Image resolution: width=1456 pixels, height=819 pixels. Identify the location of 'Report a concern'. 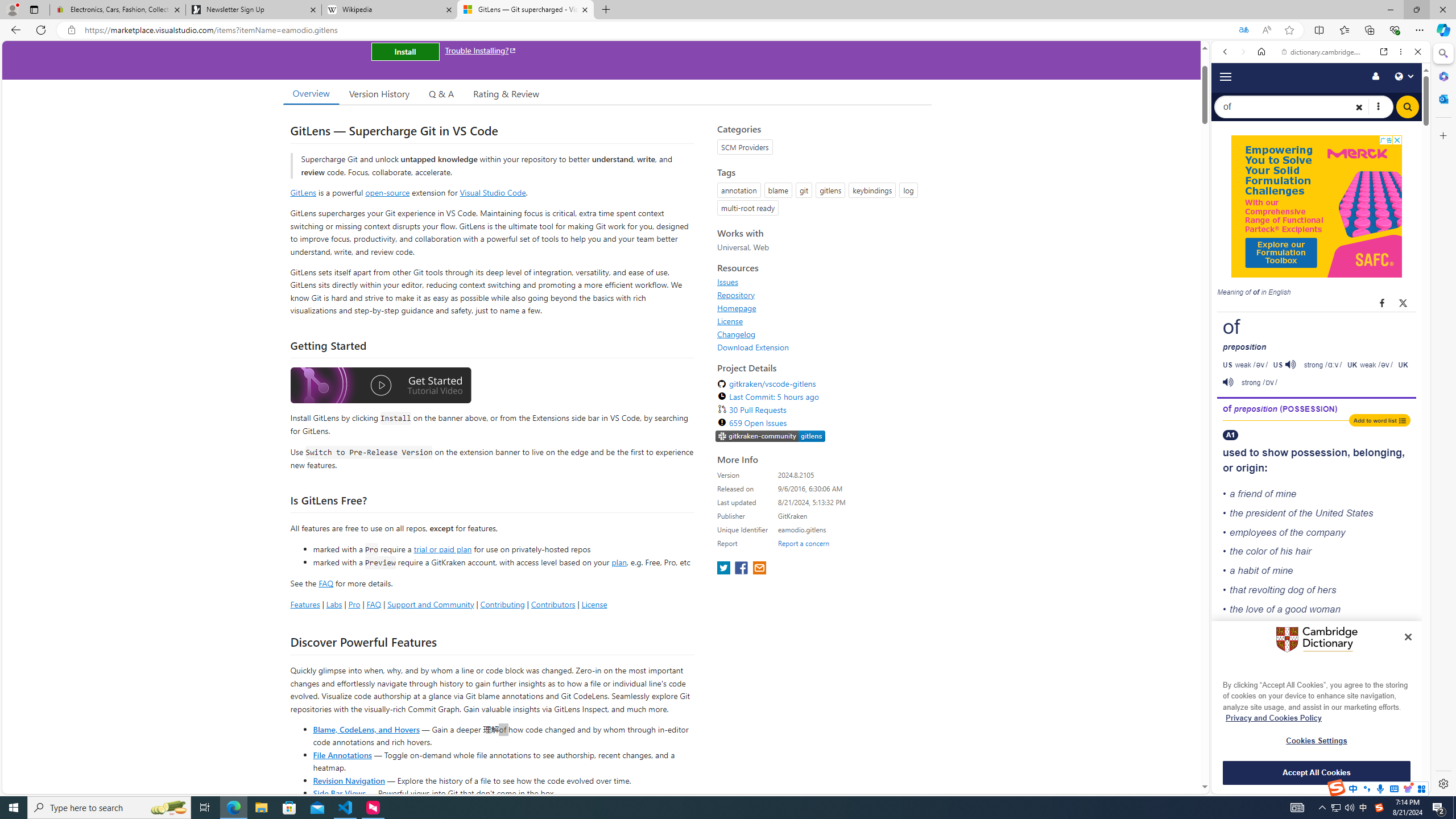
(804, 543).